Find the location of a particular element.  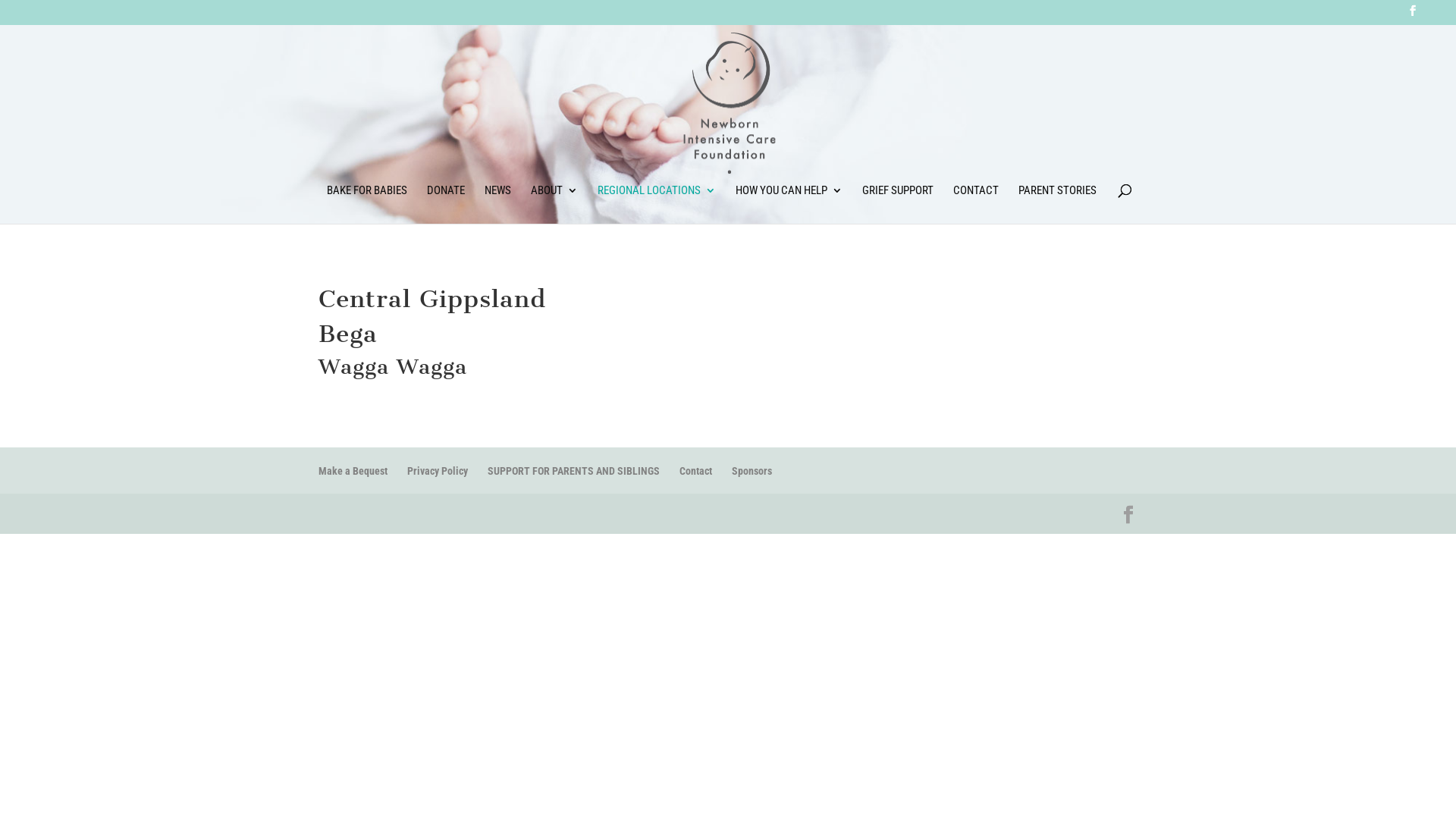

'Sponsors' is located at coordinates (752, 470).